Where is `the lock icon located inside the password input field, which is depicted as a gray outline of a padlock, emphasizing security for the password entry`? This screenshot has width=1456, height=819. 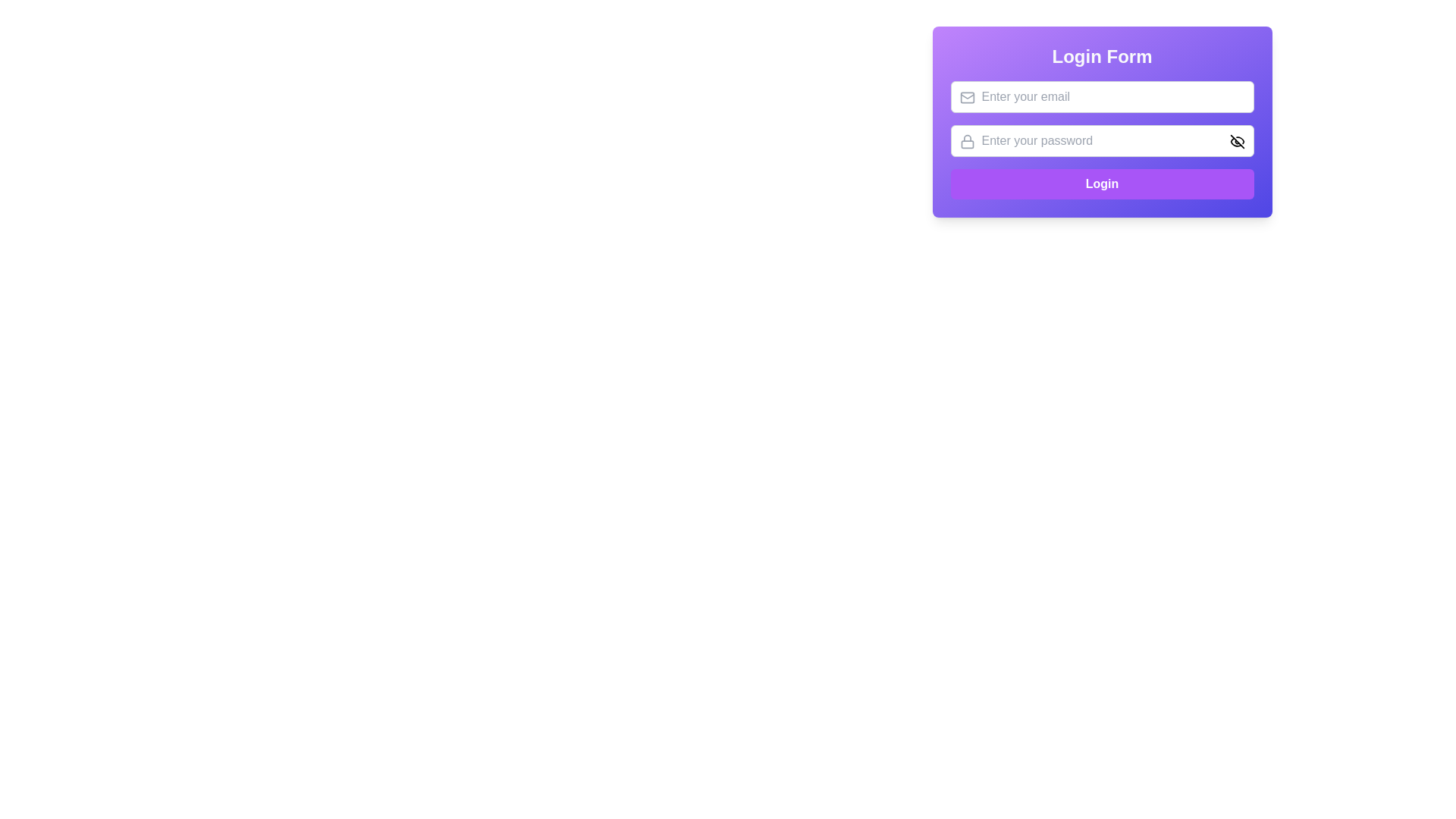
the lock icon located inside the password input field, which is depicted as a gray outline of a padlock, emphasizing security for the password entry is located at coordinates (966, 141).